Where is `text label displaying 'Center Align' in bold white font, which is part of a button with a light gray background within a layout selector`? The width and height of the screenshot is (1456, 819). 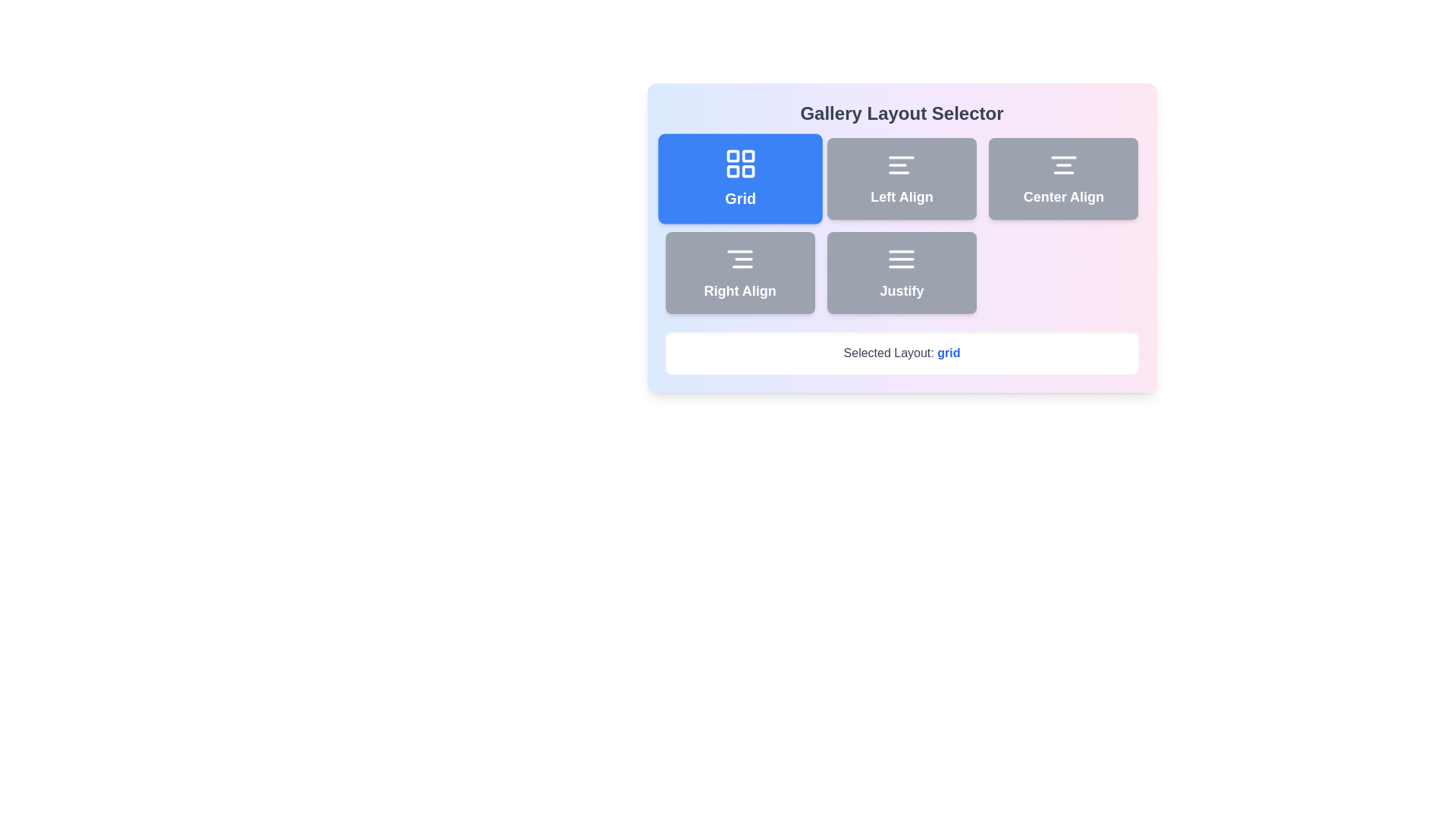
text label displaying 'Center Align' in bold white font, which is part of a button with a light gray background within a layout selector is located at coordinates (1062, 196).